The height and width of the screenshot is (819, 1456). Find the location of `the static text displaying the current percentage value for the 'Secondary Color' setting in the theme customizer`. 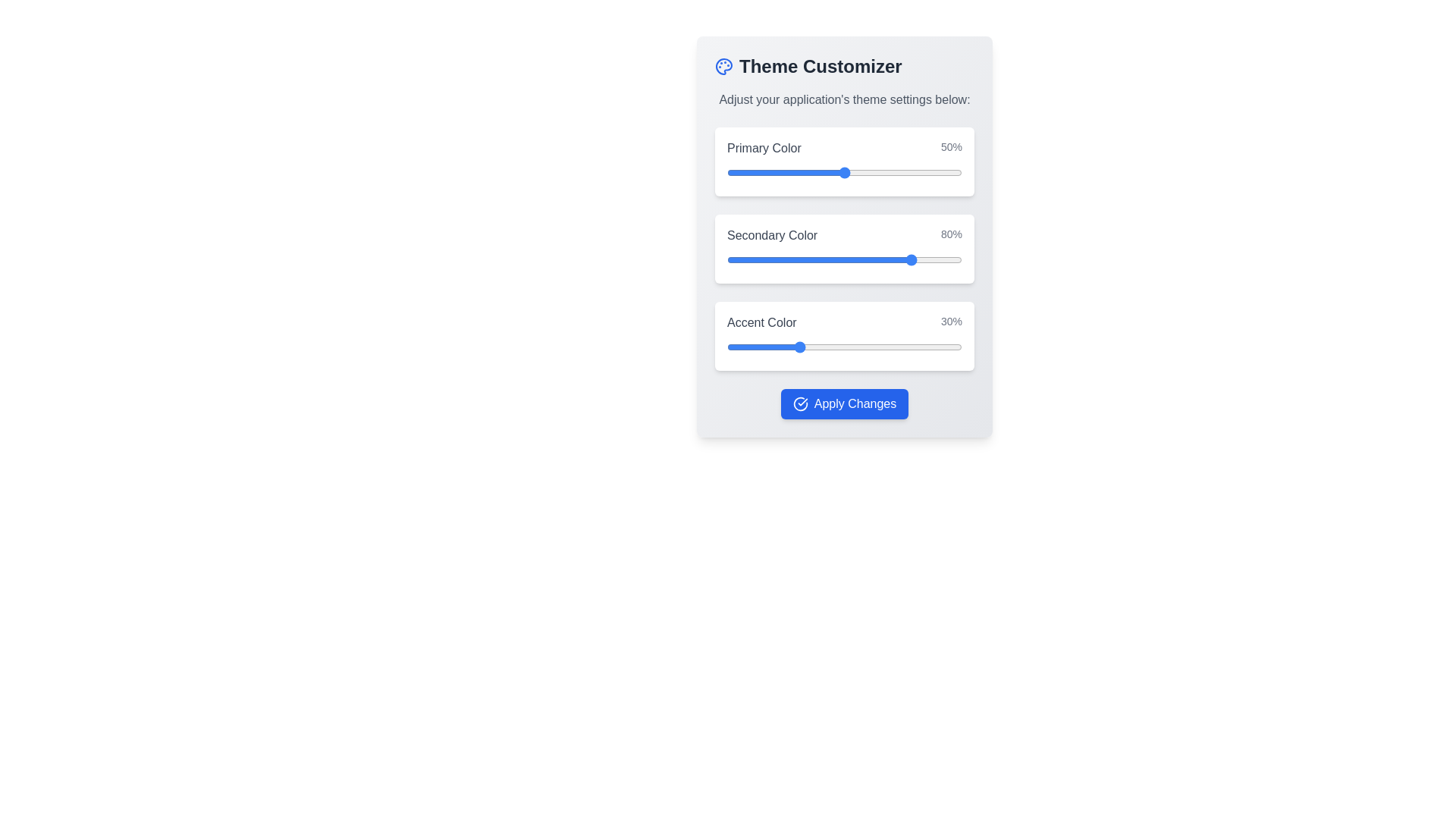

the static text displaying the current percentage value for the 'Secondary Color' setting in the theme customizer is located at coordinates (950, 236).